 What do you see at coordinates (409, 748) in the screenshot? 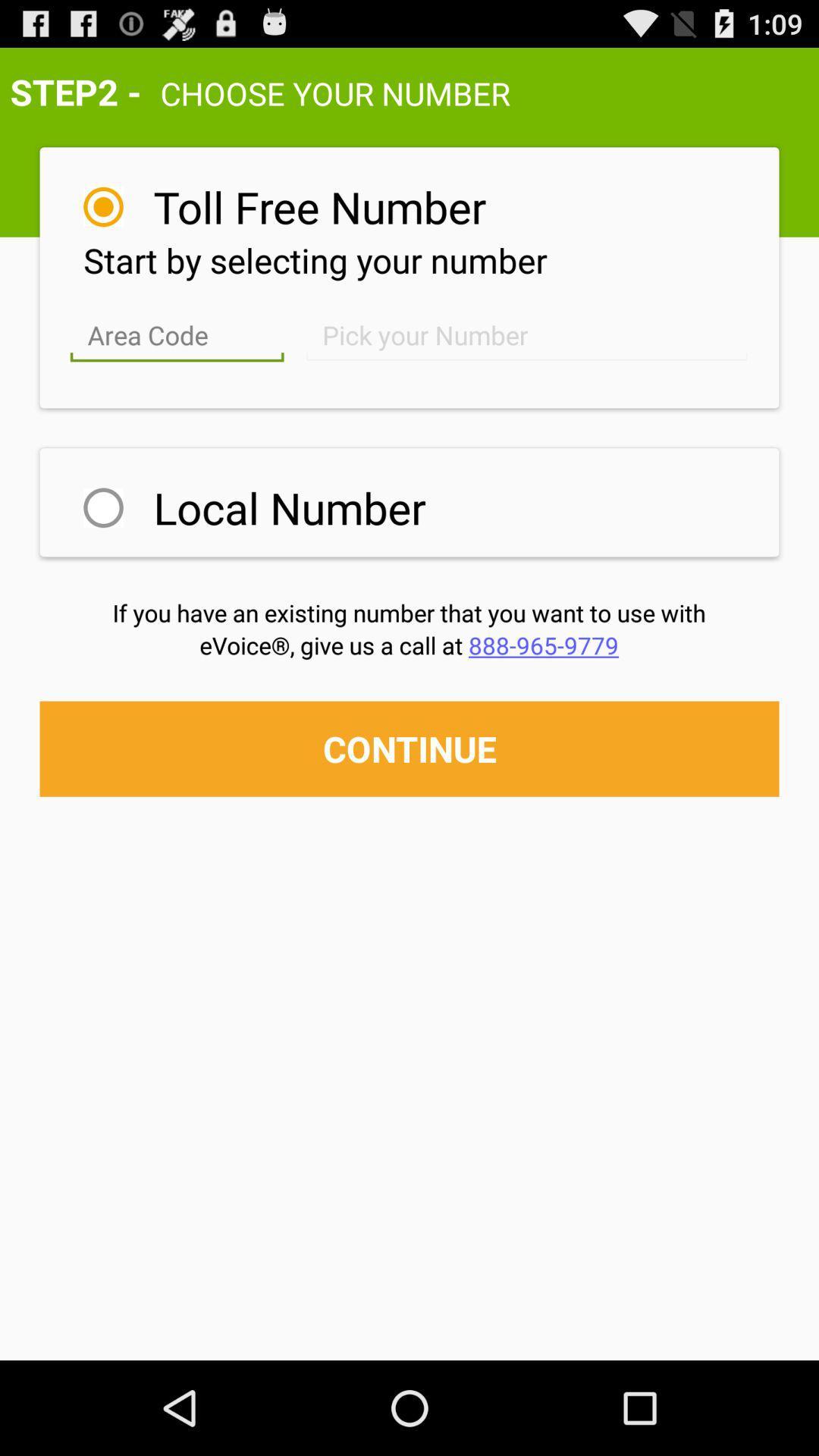
I see `continue button` at bounding box center [409, 748].